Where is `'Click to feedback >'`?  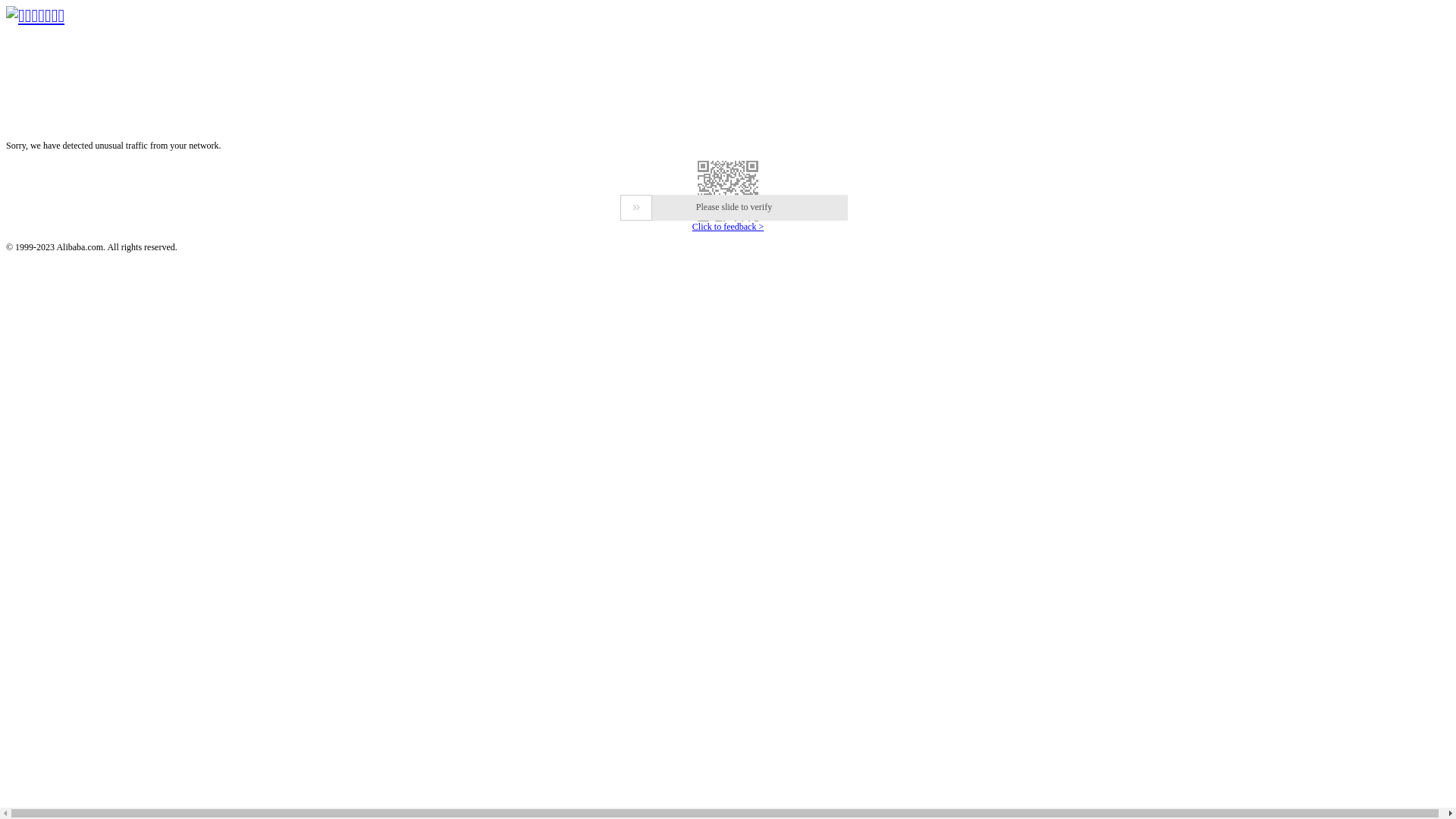 'Click to feedback >' is located at coordinates (728, 227).